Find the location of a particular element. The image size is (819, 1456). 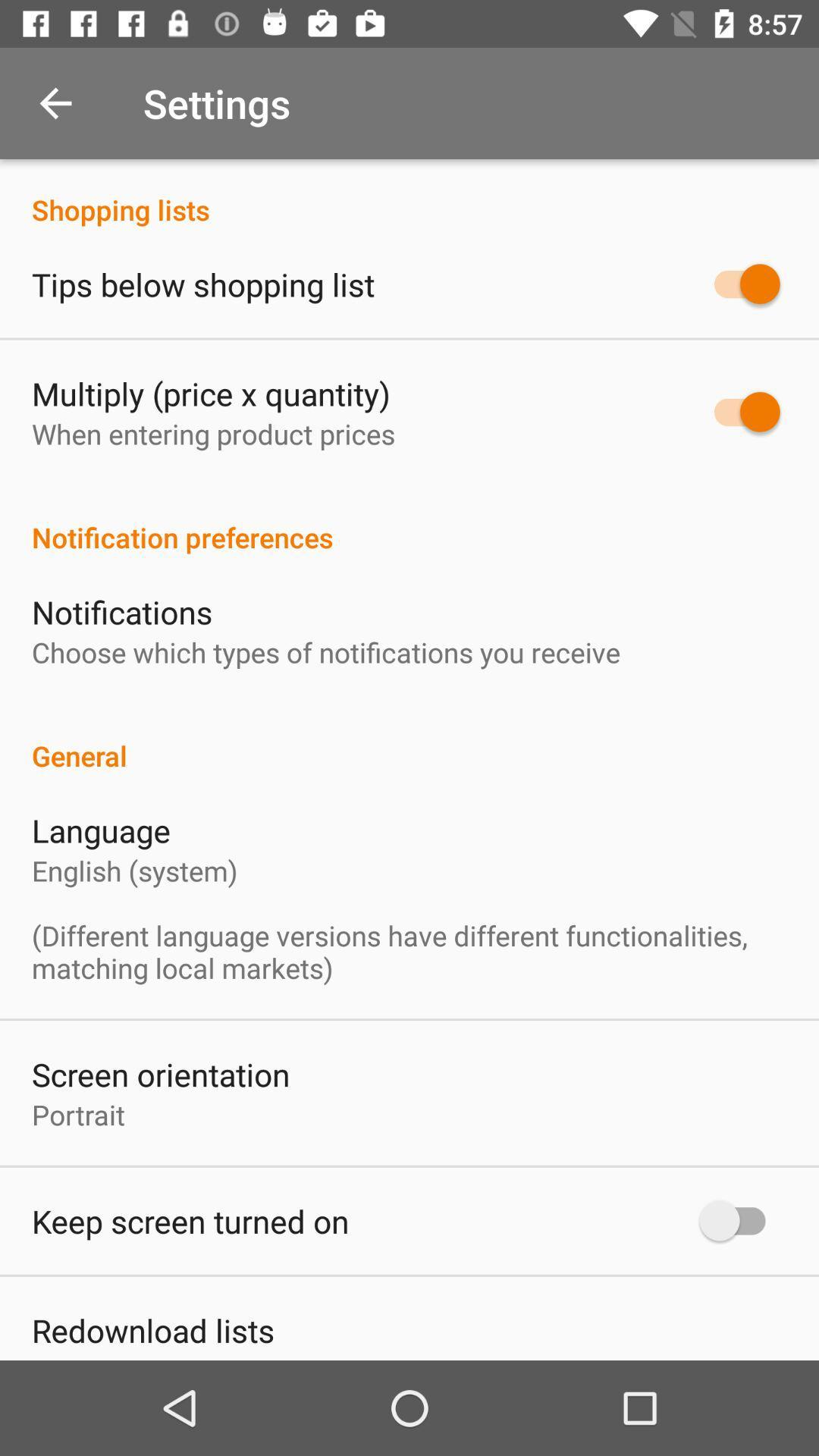

multiply price x item is located at coordinates (211, 393).